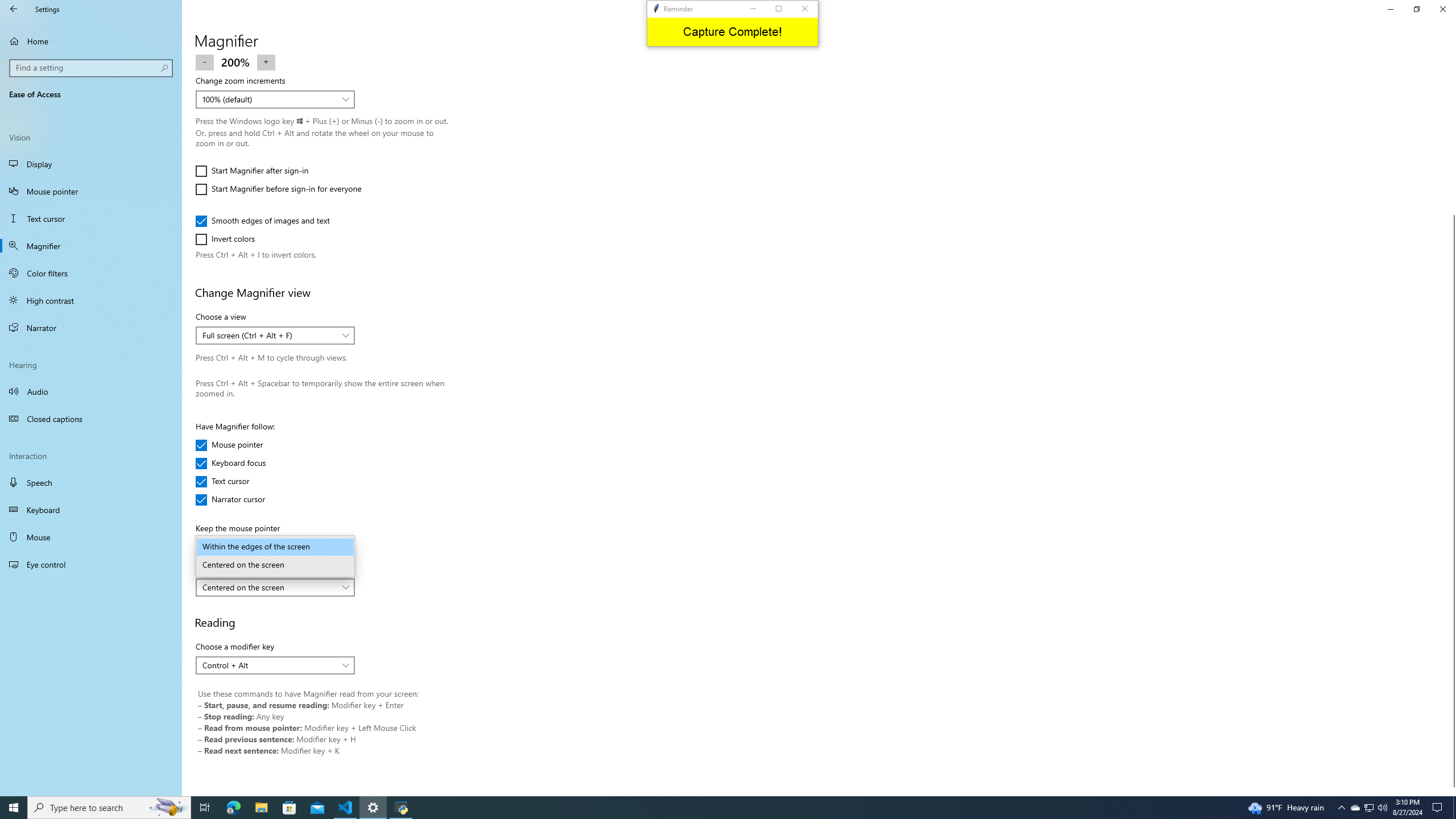 This screenshot has height=819, width=1456. I want to click on 'Centered on the screen', so click(268, 586).